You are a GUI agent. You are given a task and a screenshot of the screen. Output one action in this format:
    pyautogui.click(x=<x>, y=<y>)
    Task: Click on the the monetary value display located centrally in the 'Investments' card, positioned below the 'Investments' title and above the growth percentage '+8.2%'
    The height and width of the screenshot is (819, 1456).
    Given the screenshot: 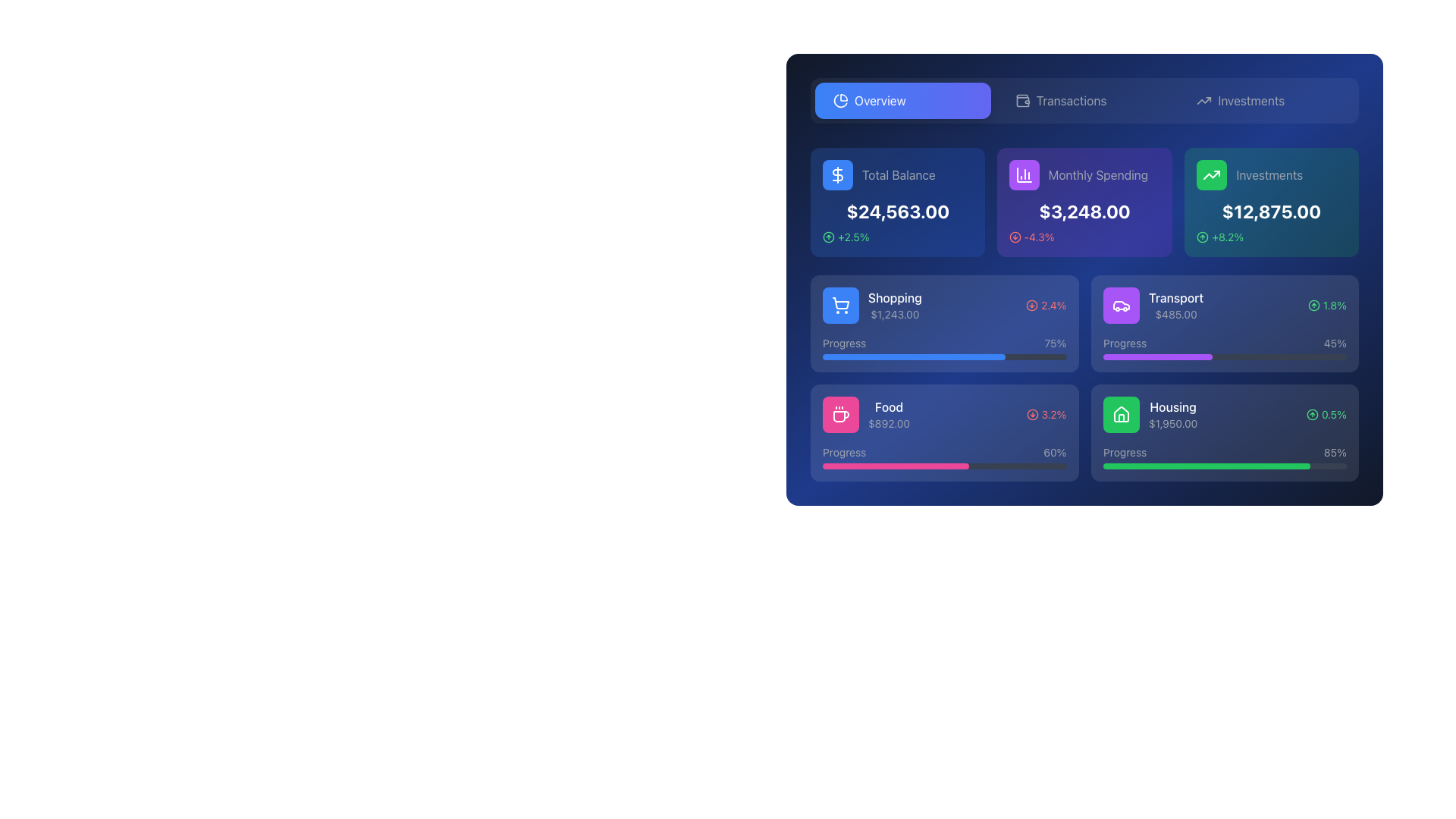 What is the action you would take?
    pyautogui.click(x=1271, y=211)
    